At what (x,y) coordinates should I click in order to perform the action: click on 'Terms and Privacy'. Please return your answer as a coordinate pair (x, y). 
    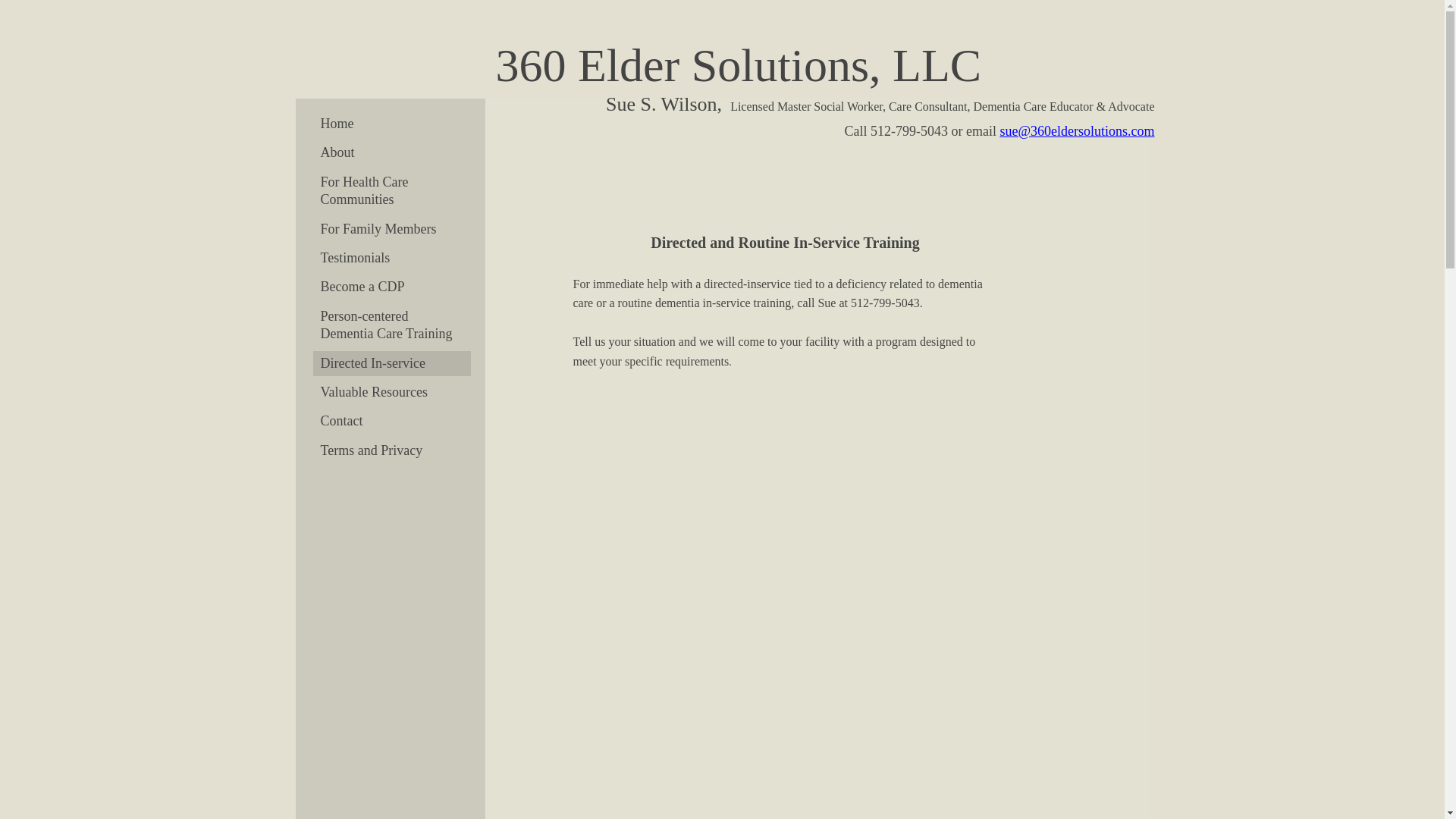
    Looking at the image, I should click on (391, 450).